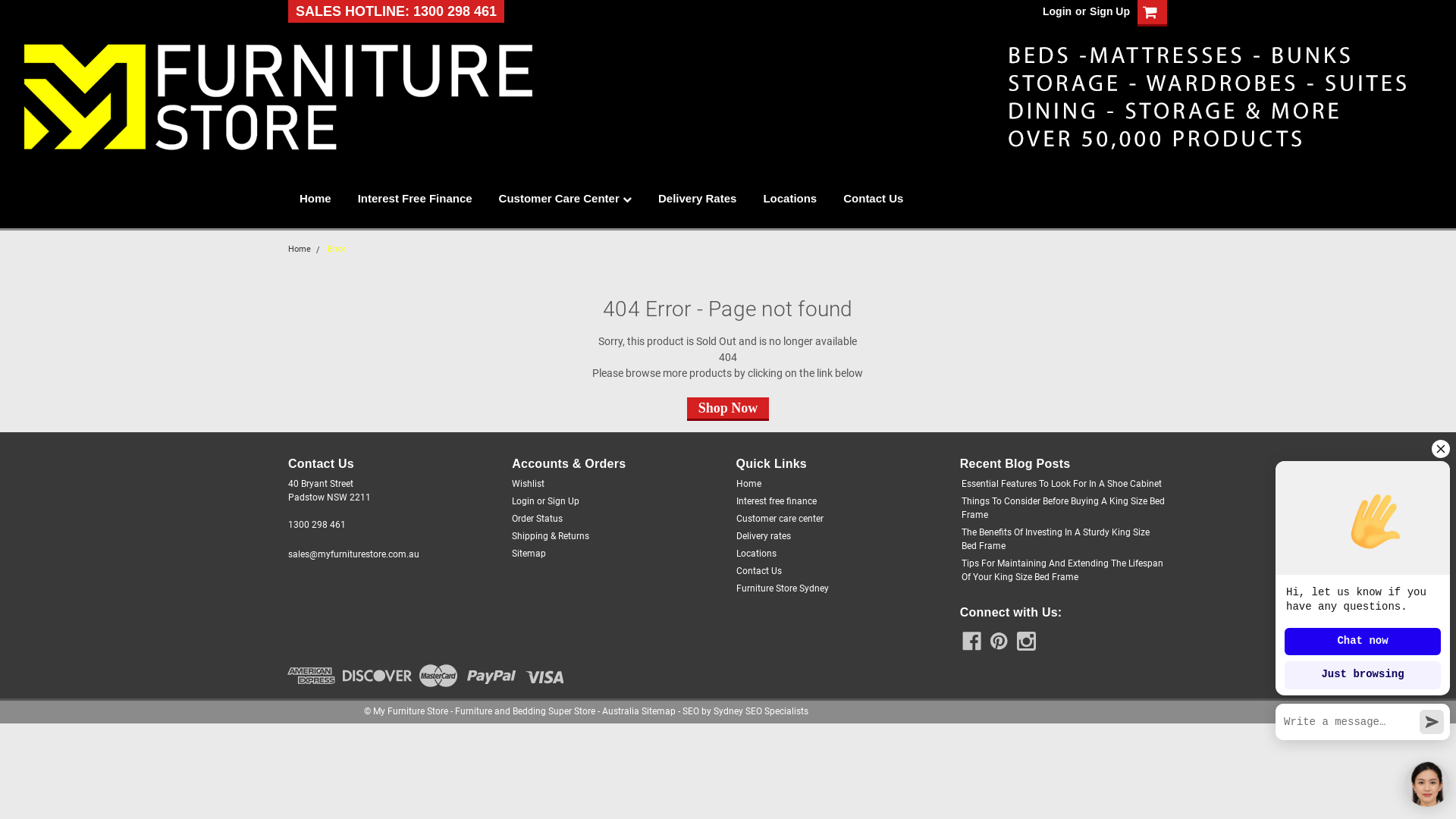 This screenshot has height=819, width=1456. Describe the element at coordinates (802, 198) in the screenshot. I see `'Locations'` at that location.